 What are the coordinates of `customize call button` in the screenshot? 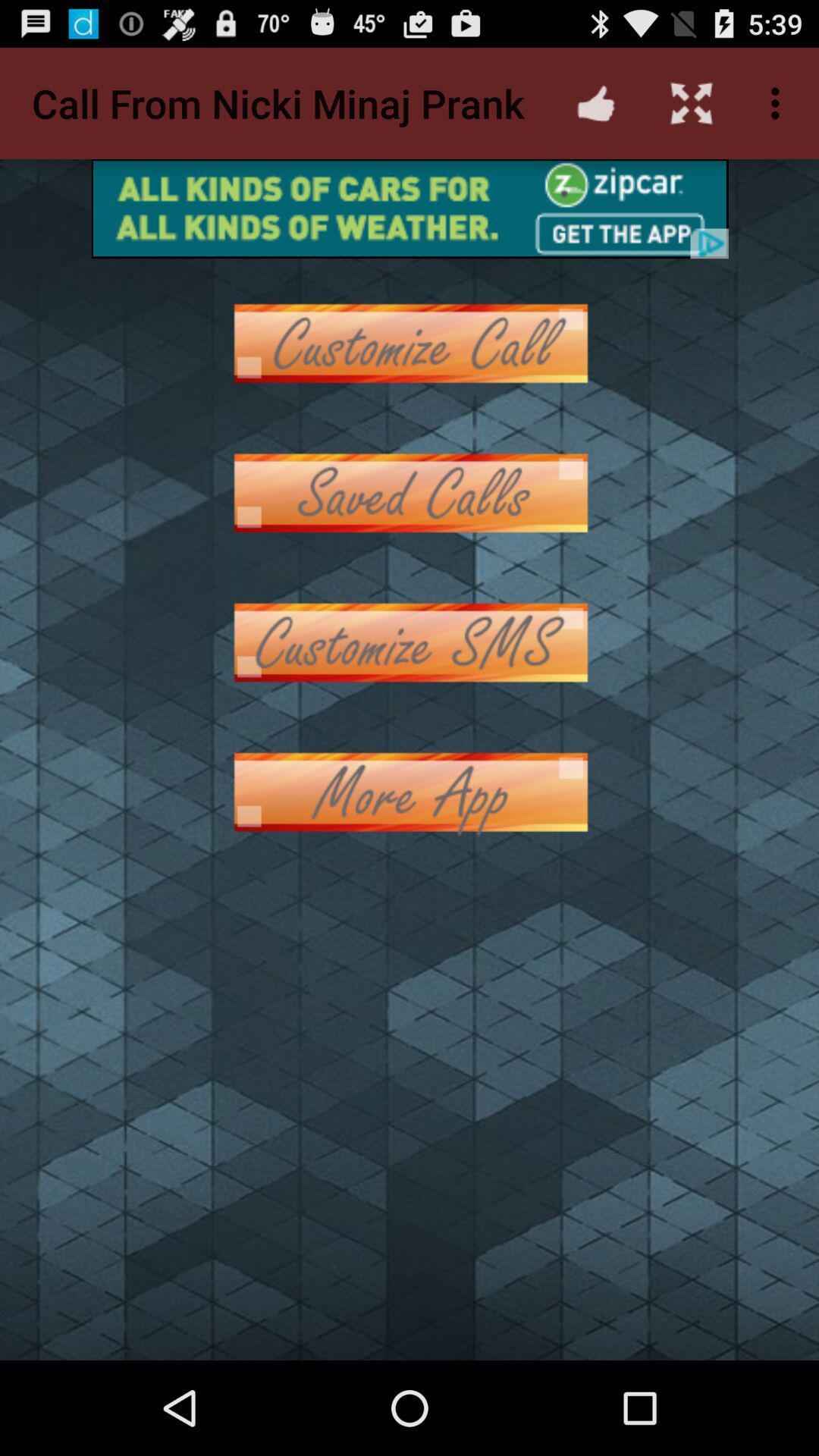 It's located at (409, 342).